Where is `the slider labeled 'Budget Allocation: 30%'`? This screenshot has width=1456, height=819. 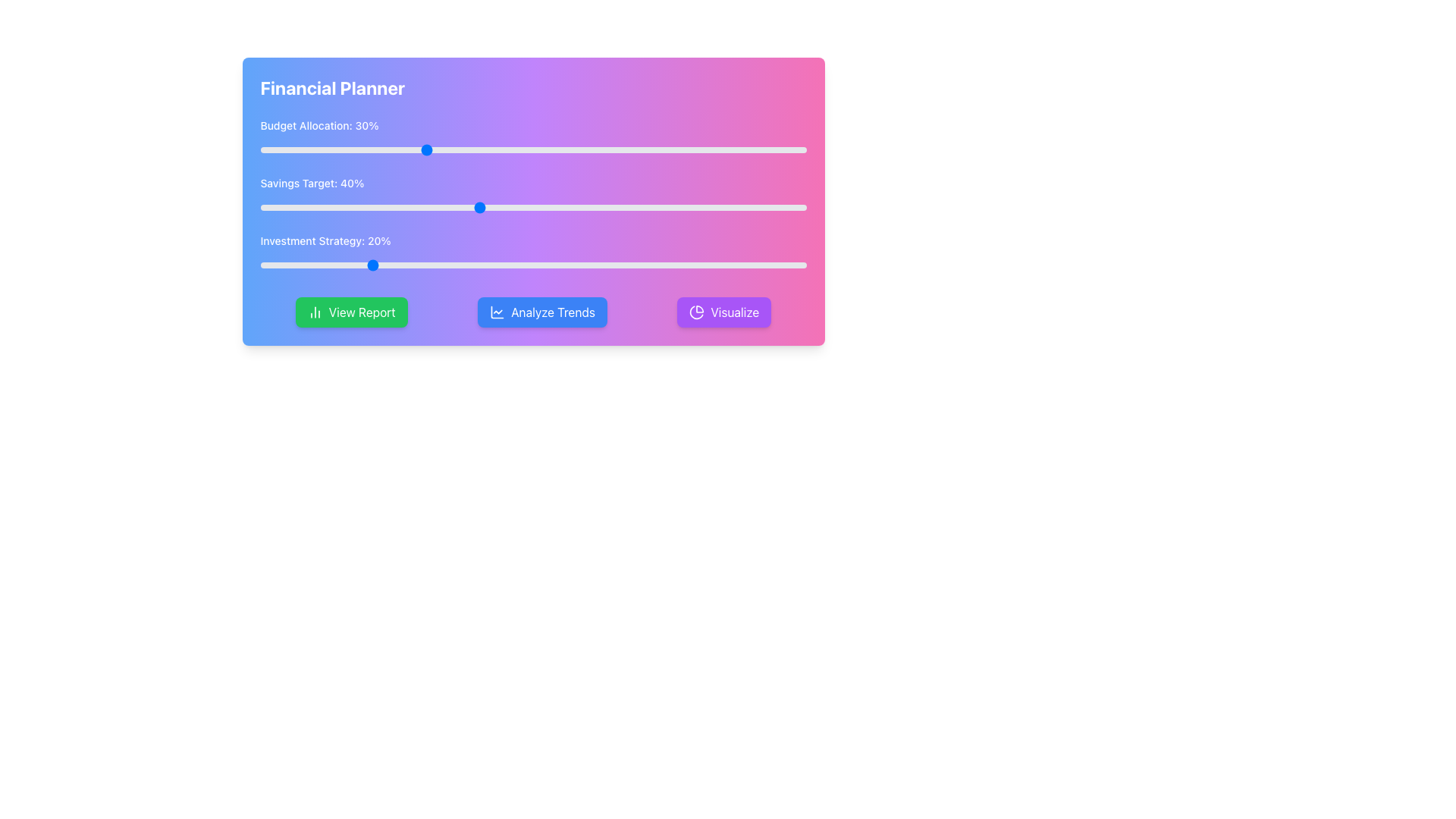
the slider labeled 'Budget Allocation: 30%' is located at coordinates (533, 137).